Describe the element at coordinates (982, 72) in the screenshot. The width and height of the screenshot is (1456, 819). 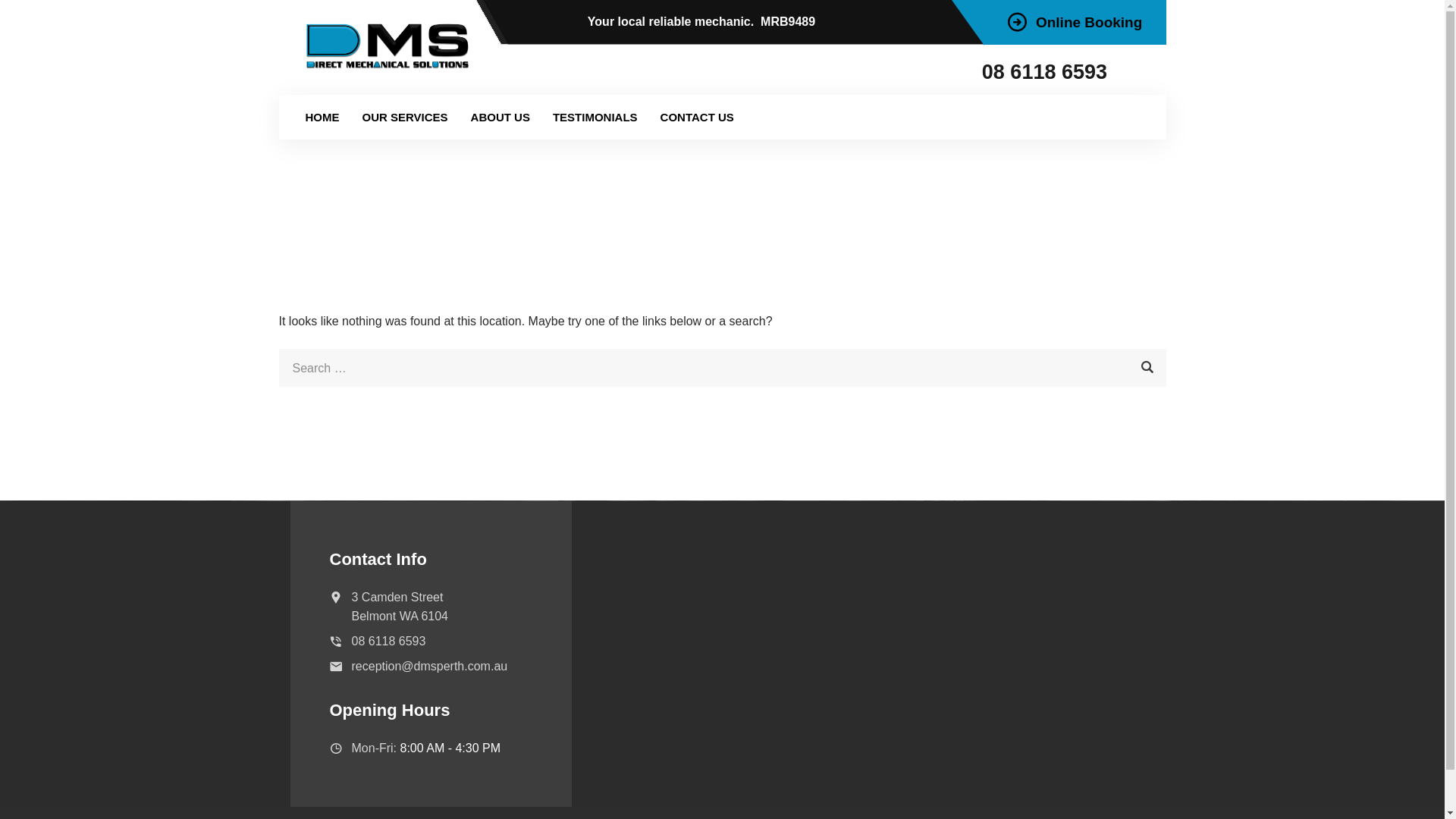
I see `'08 6118 6593 '` at that location.